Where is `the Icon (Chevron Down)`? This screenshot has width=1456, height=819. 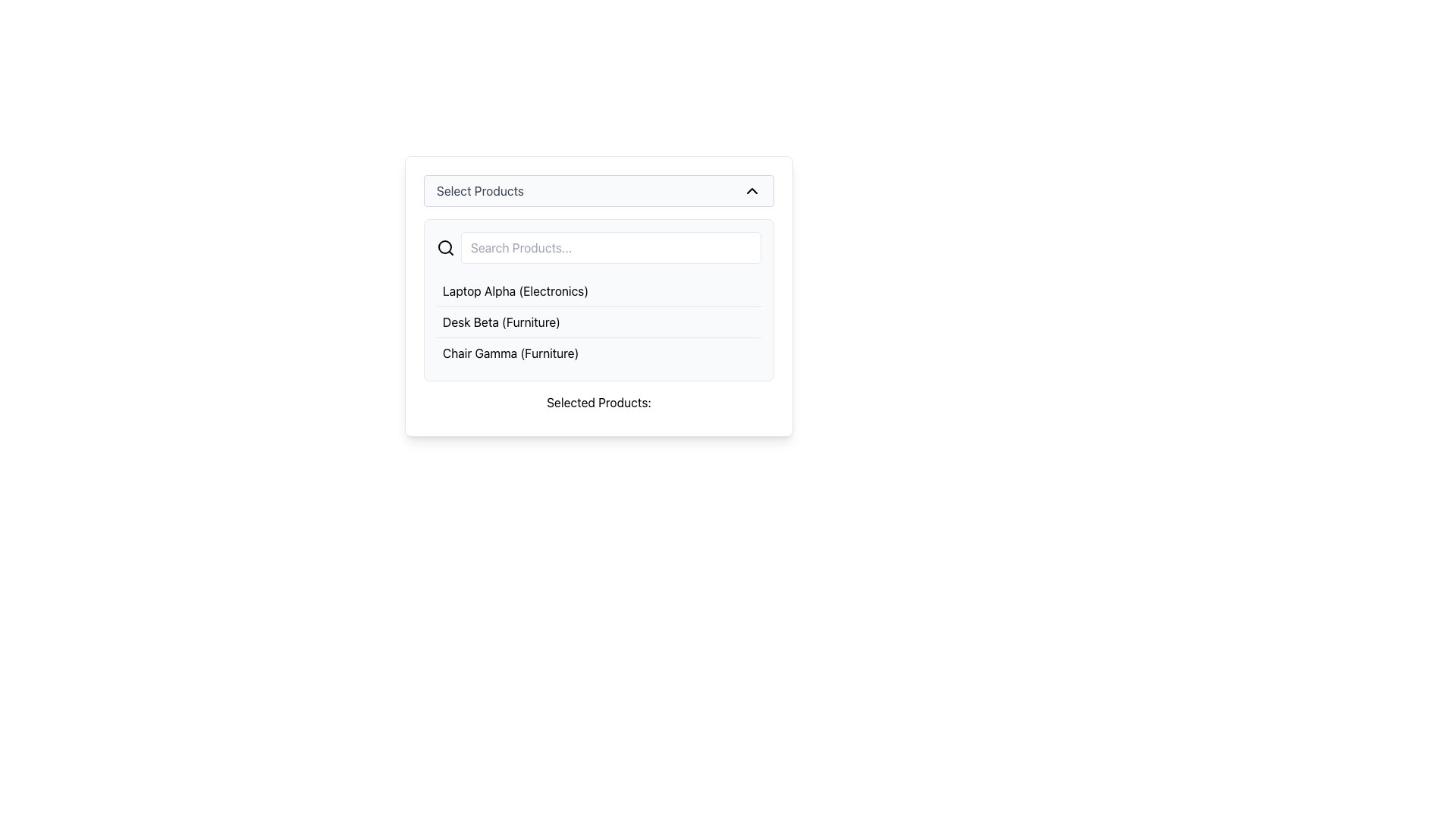
the Icon (Chevron Down) is located at coordinates (752, 190).